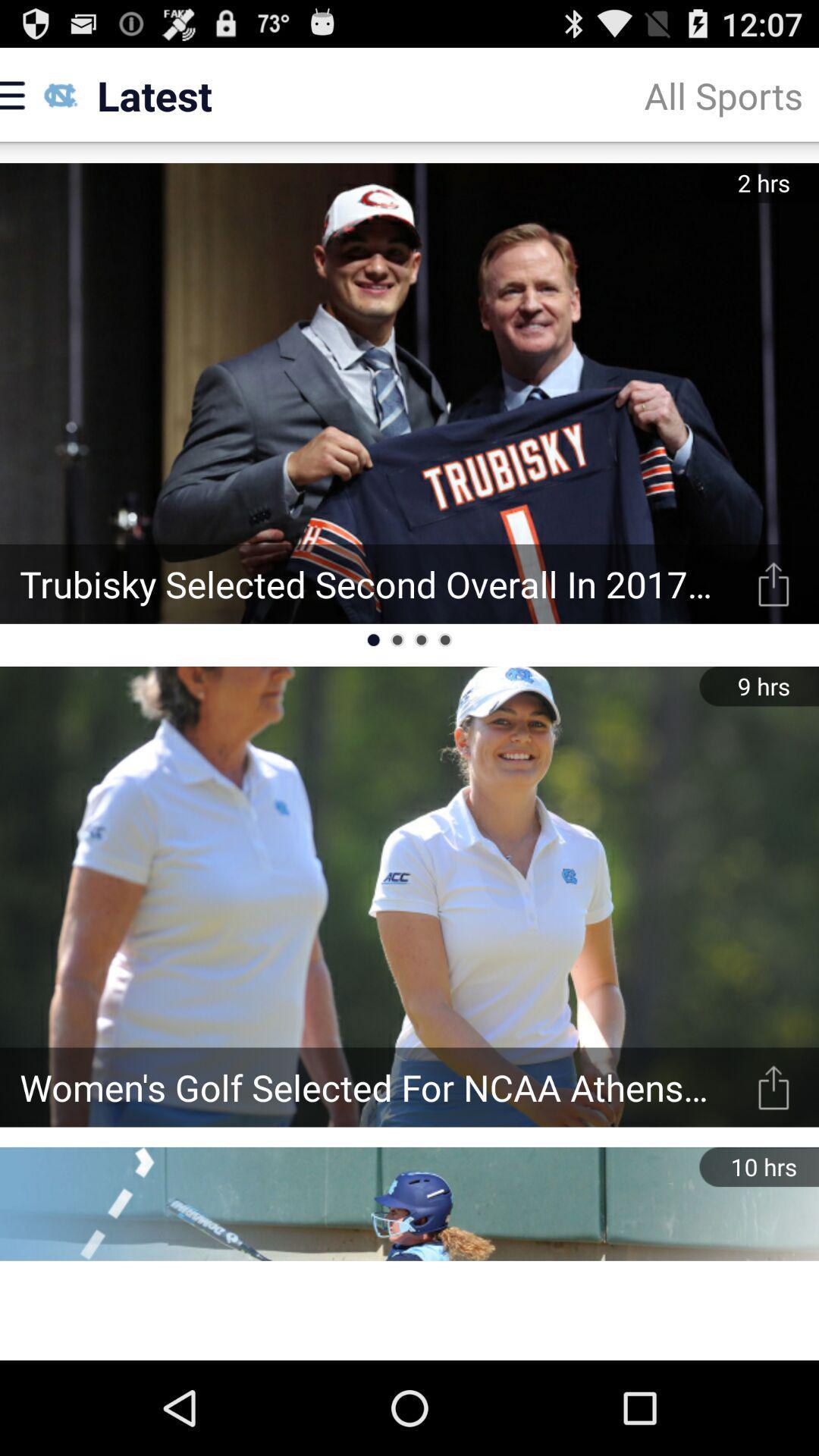  I want to click on read story, so click(773, 583).